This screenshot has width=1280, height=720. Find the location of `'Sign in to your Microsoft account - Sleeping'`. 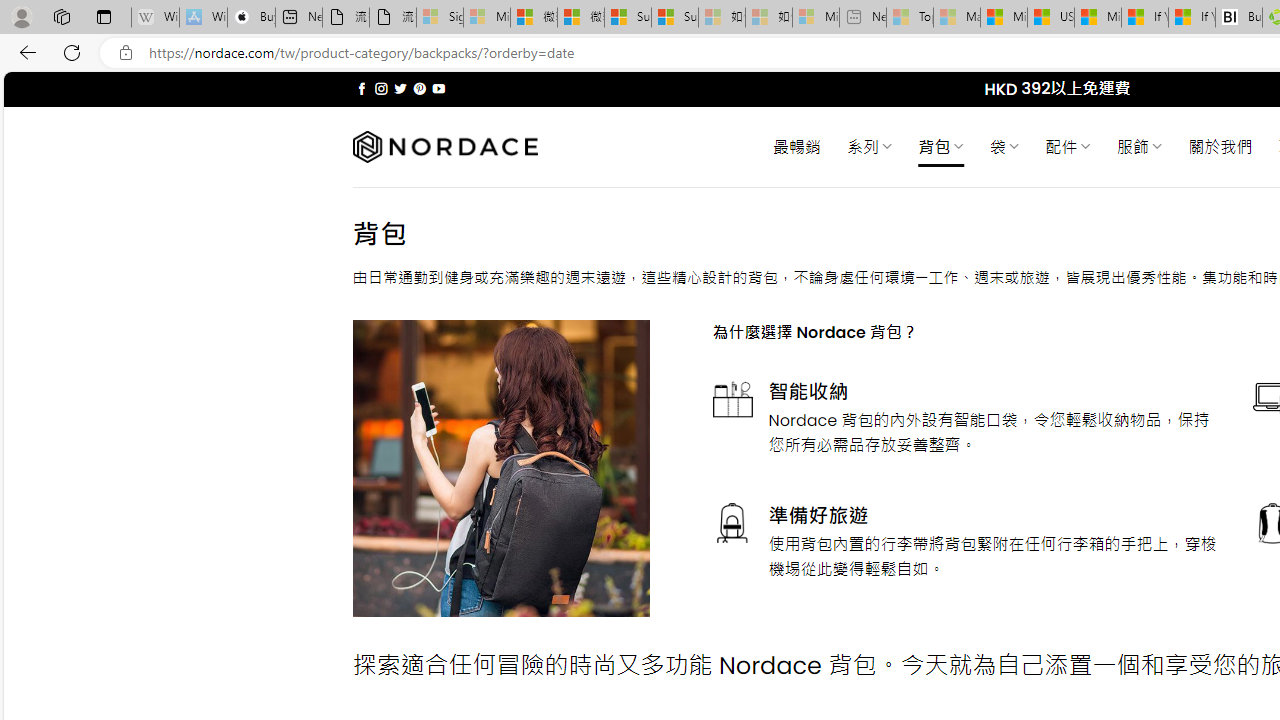

'Sign in to your Microsoft account - Sleeping' is located at coordinates (439, 17).